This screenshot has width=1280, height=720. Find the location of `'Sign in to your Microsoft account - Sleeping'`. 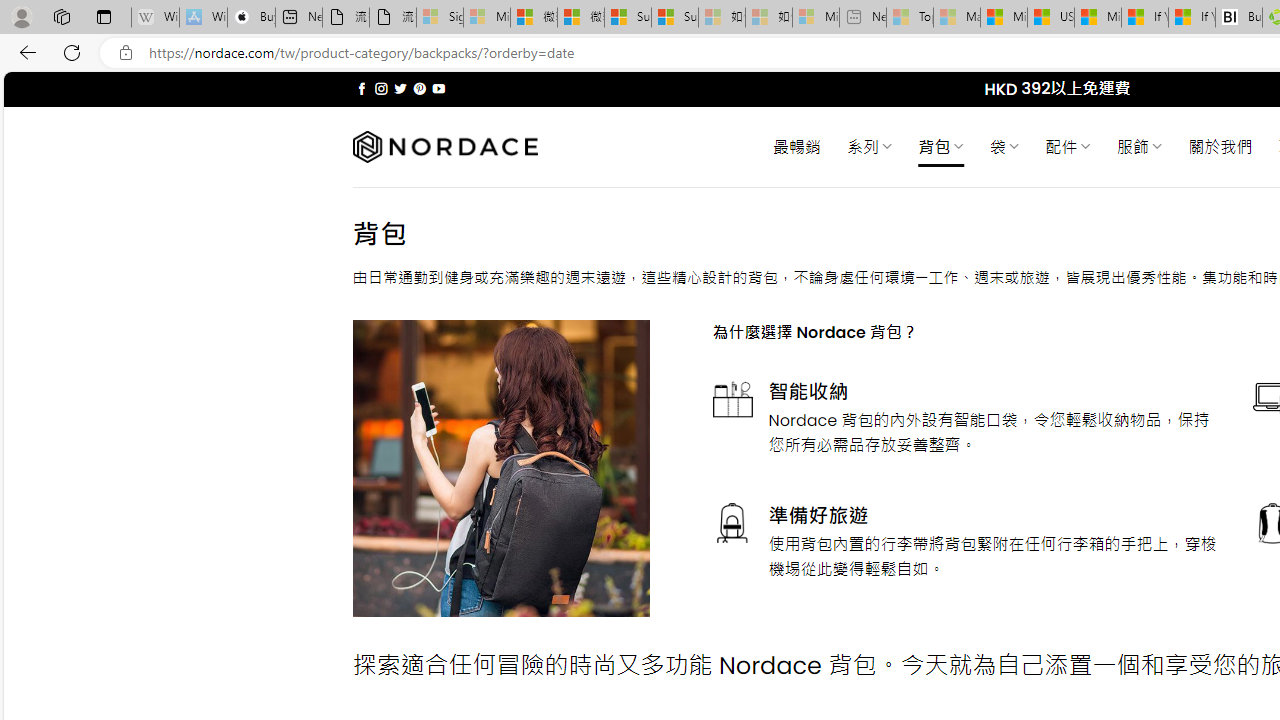

'Sign in to your Microsoft account - Sleeping' is located at coordinates (439, 17).